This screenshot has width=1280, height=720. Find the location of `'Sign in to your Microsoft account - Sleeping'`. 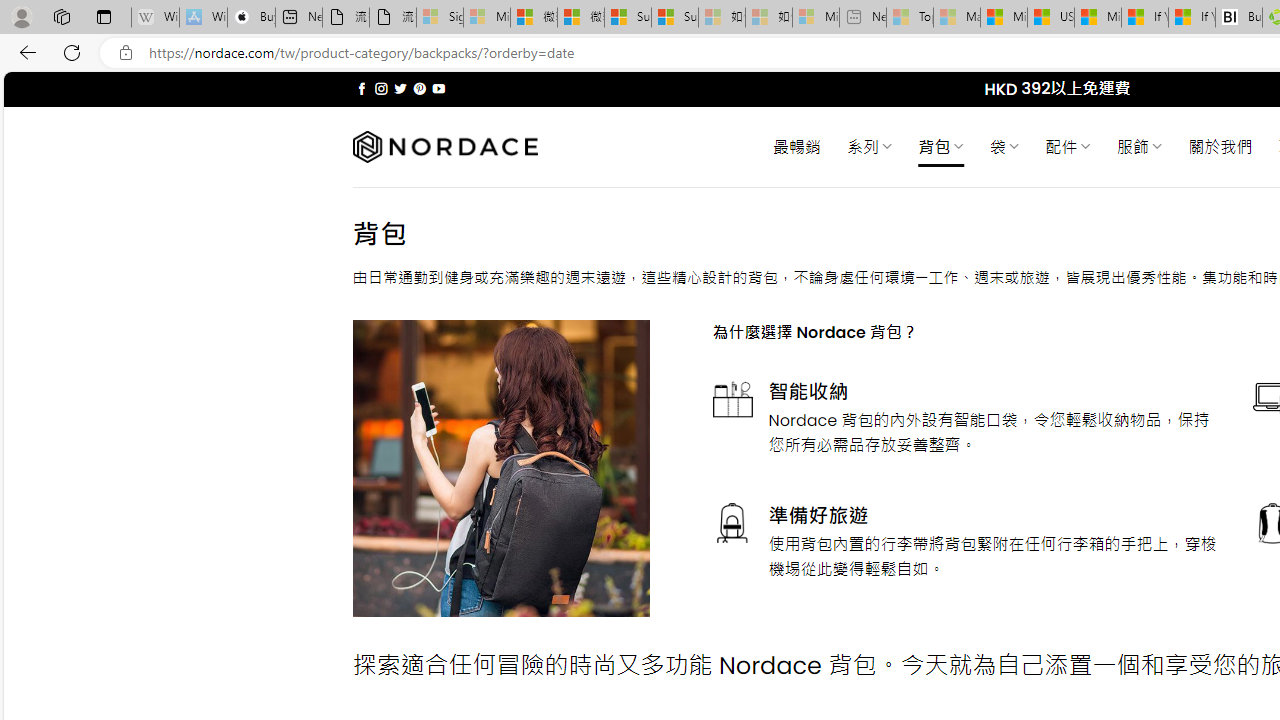

'Sign in to your Microsoft account - Sleeping' is located at coordinates (439, 17).